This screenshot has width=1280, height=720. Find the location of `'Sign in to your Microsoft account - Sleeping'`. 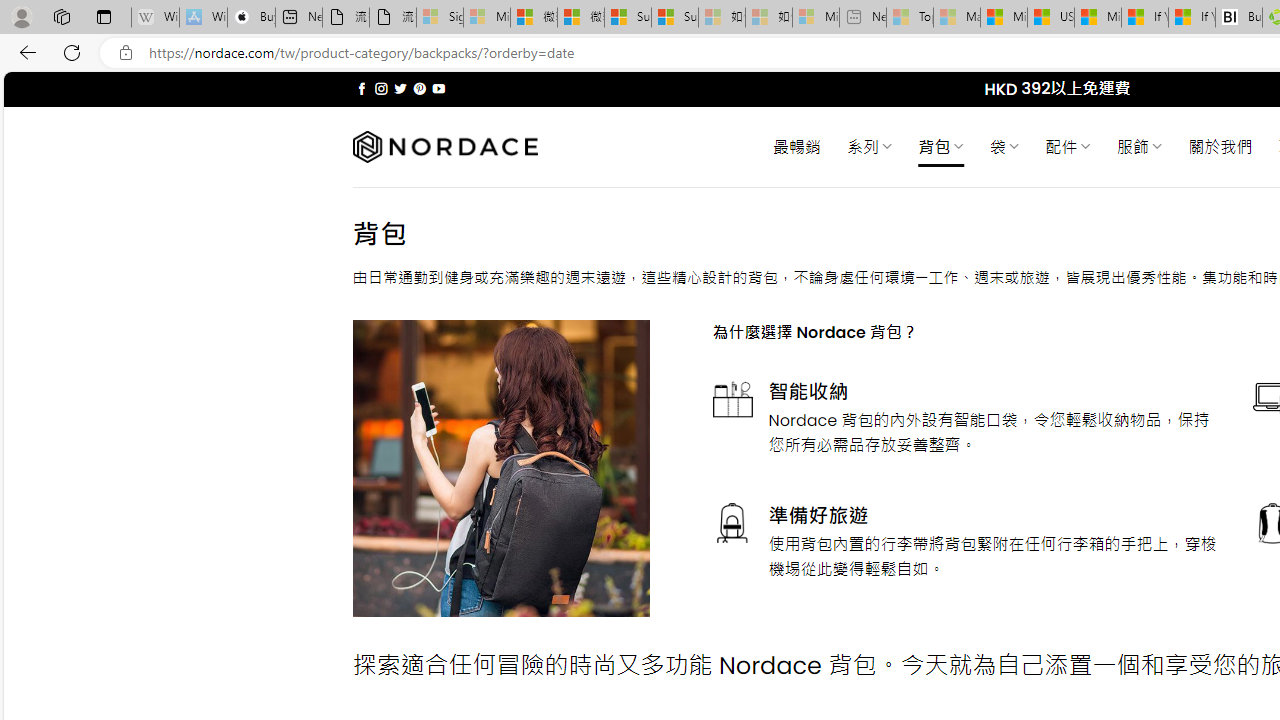

'Sign in to your Microsoft account - Sleeping' is located at coordinates (439, 17).